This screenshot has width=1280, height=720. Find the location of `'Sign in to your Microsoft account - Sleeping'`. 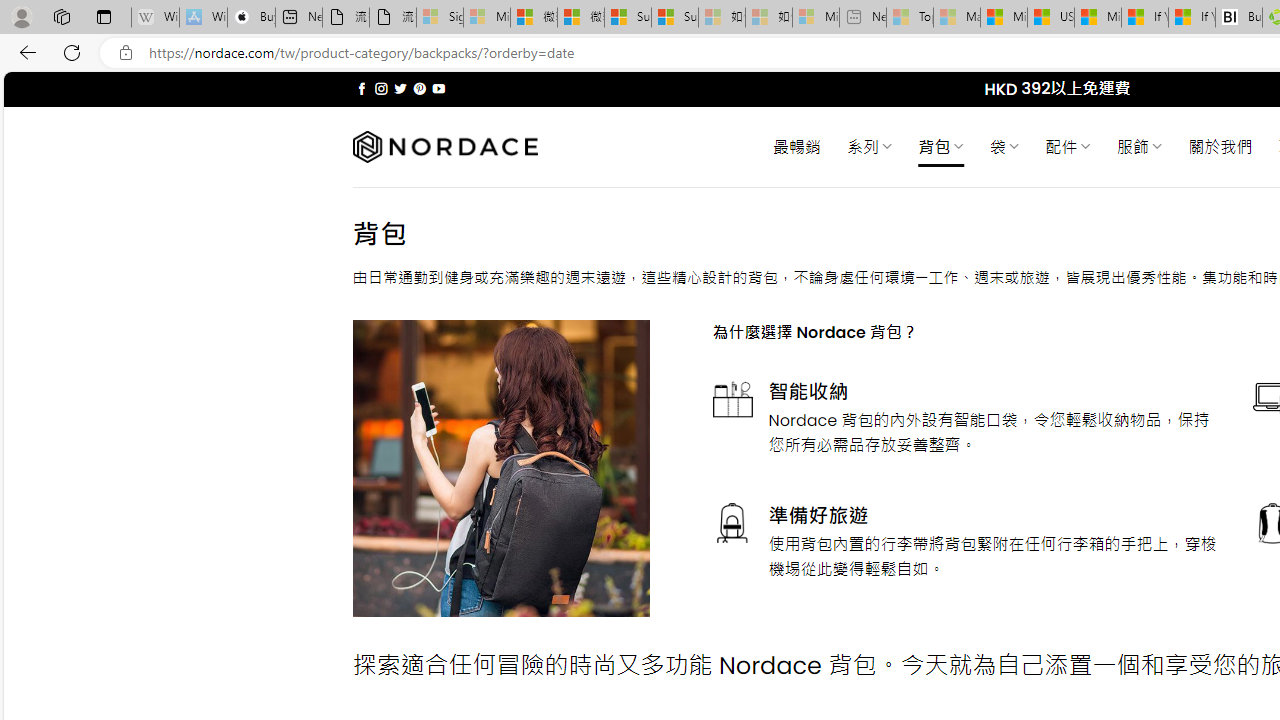

'Sign in to your Microsoft account - Sleeping' is located at coordinates (439, 17).